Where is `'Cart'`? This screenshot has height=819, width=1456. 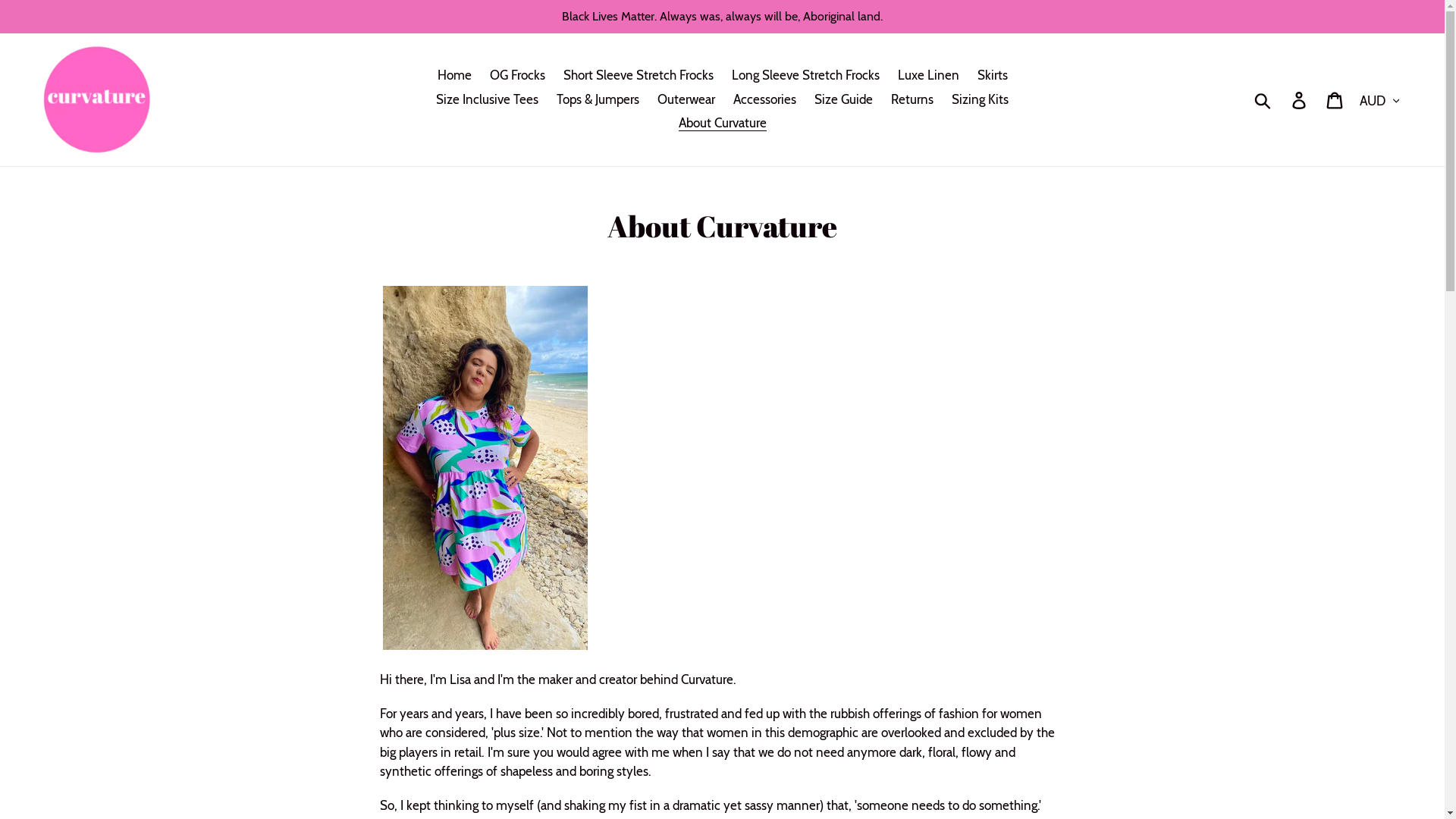
'Cart' is located at coordinates (1335, 99).